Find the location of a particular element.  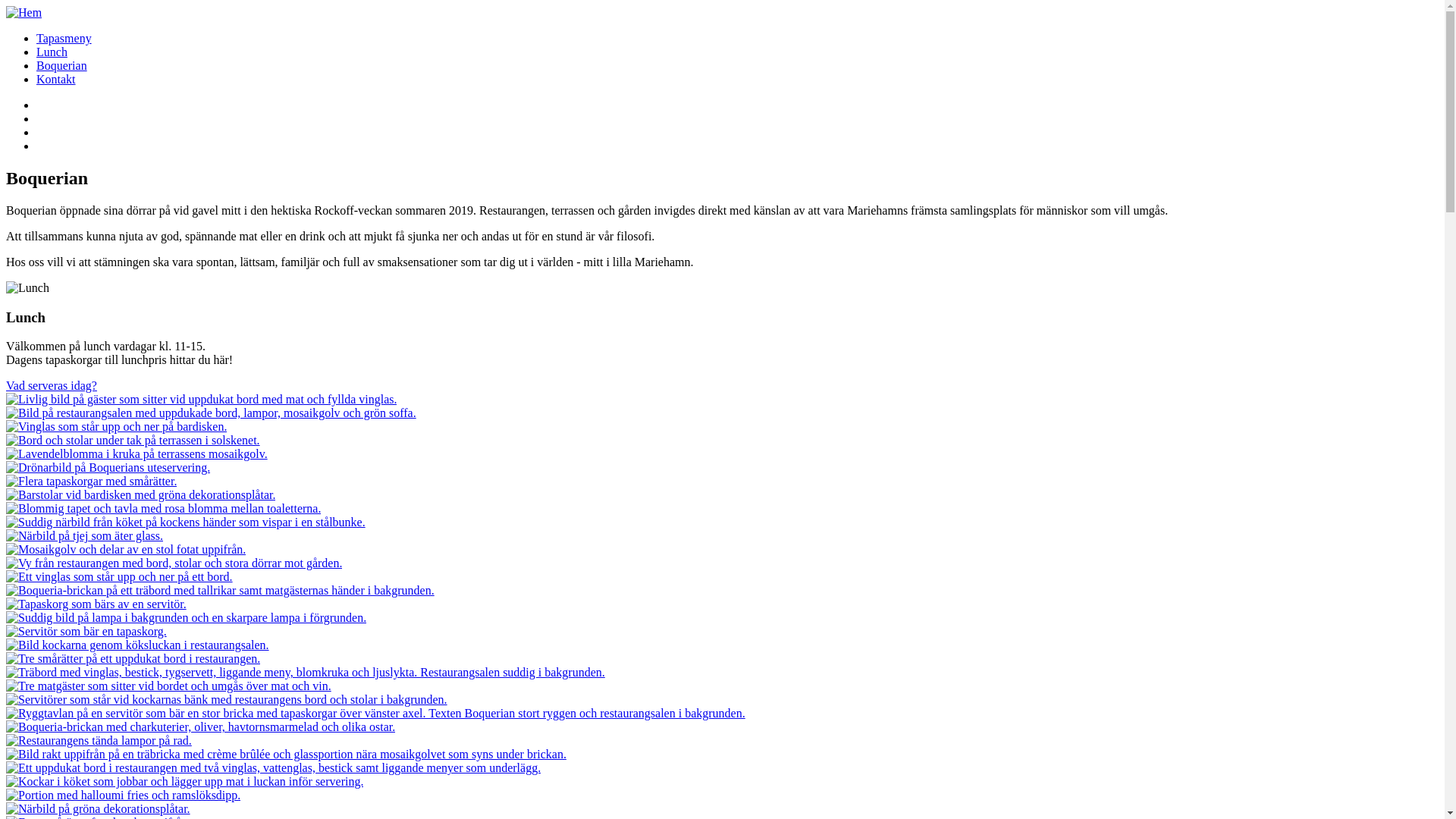

'Blommig tapet och tavla med rosa blomma mellan toaletterna.' is located at coordinates (163, 508).